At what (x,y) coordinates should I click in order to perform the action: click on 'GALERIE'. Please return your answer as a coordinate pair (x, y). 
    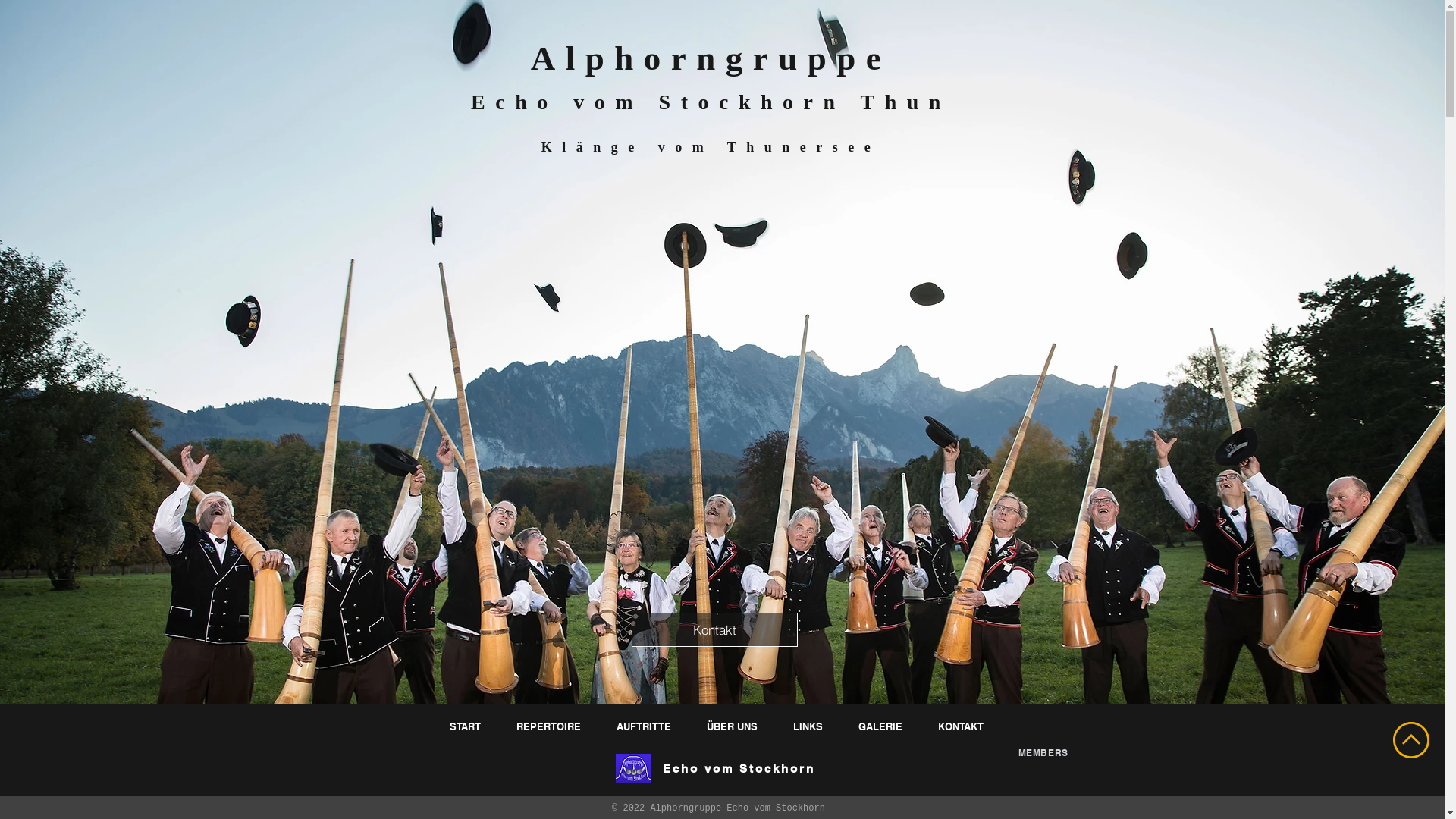
    Looking at the image, I should click on (840, 726).